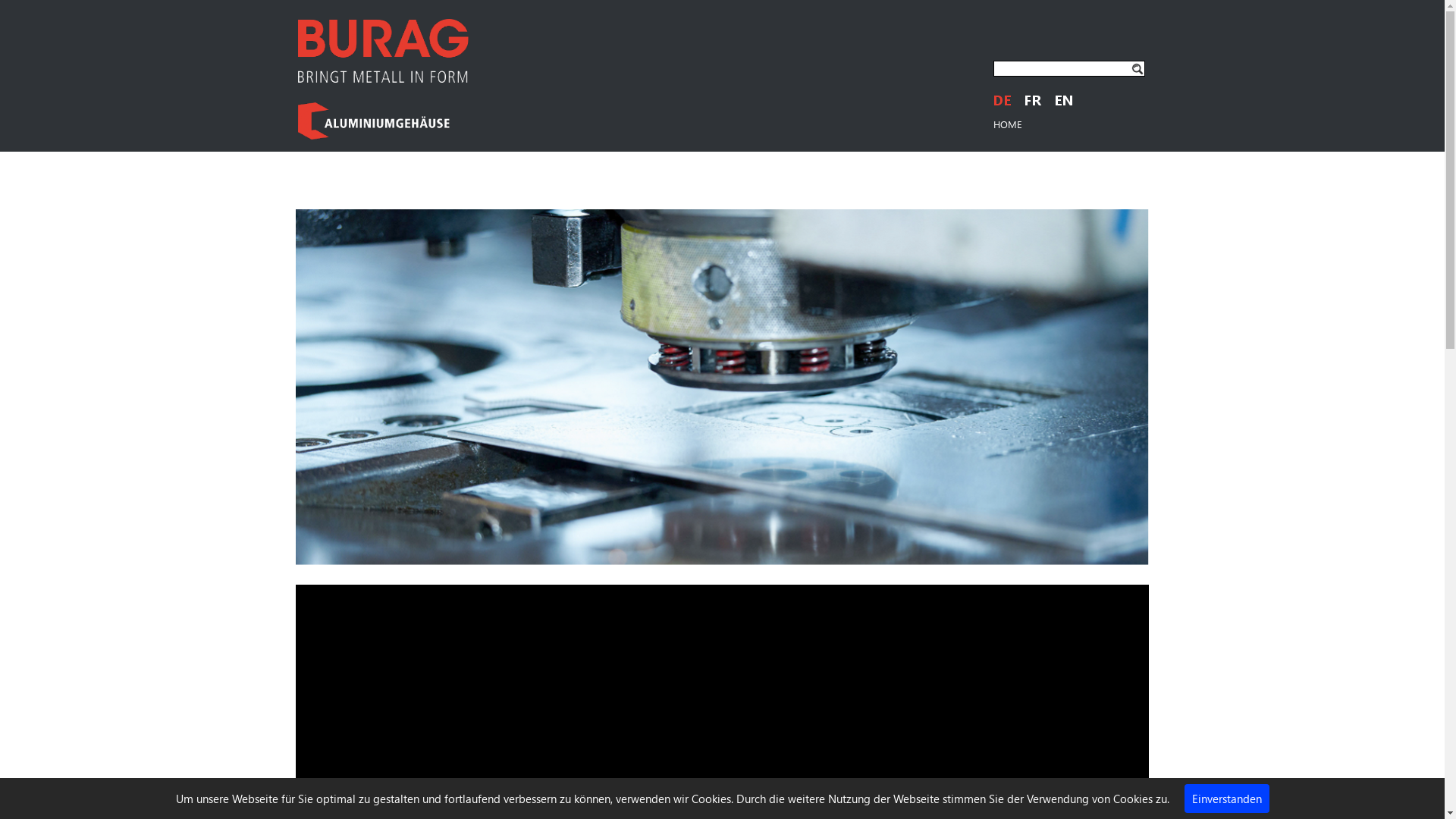  Describe the element at coordinates (1008, 123) in the screenshot. I see `'HOME'` at that location.